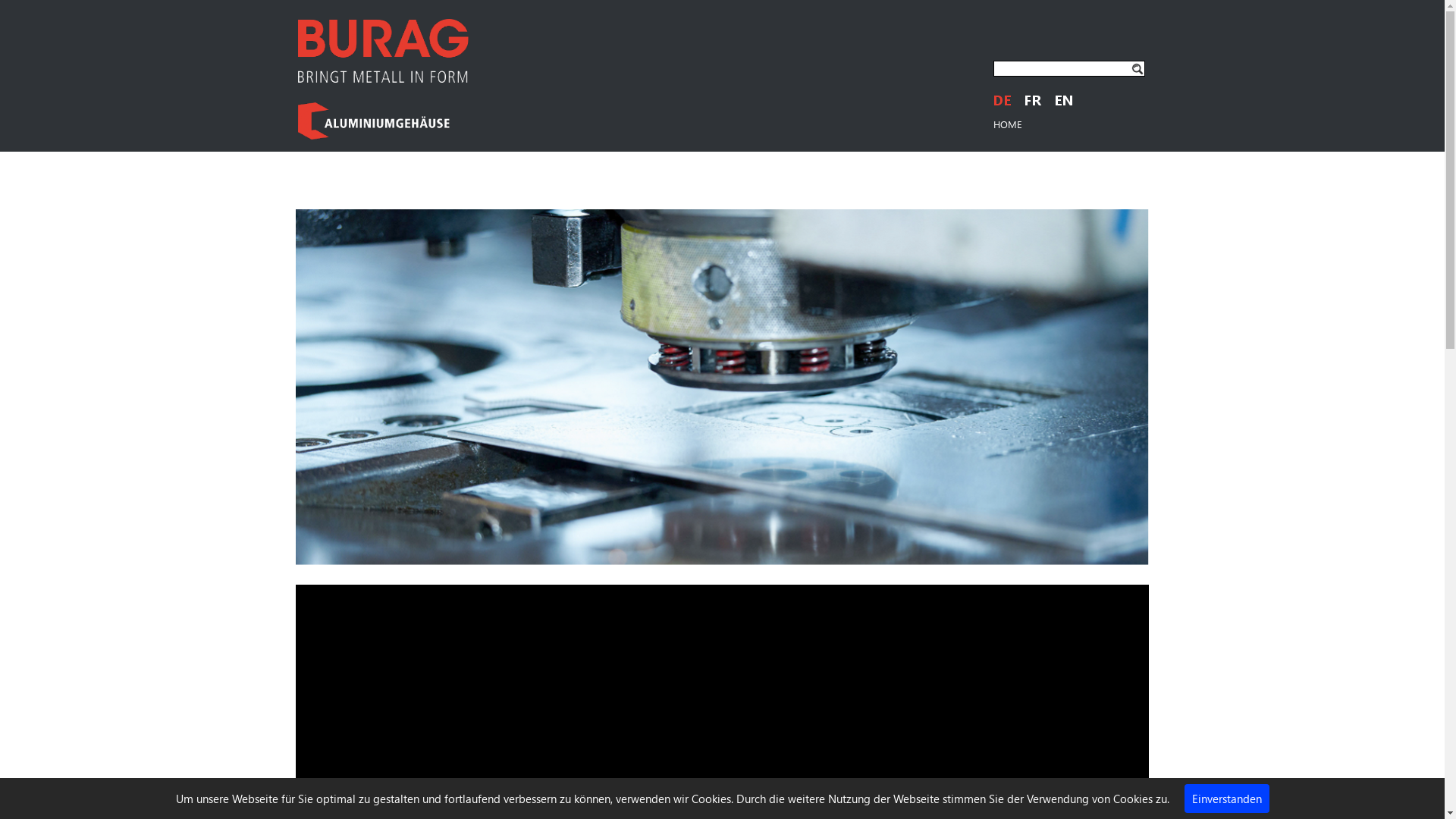  Describe the element at coordinates (1008, 123) in the screenshot. I see `'HOME'` at that location.